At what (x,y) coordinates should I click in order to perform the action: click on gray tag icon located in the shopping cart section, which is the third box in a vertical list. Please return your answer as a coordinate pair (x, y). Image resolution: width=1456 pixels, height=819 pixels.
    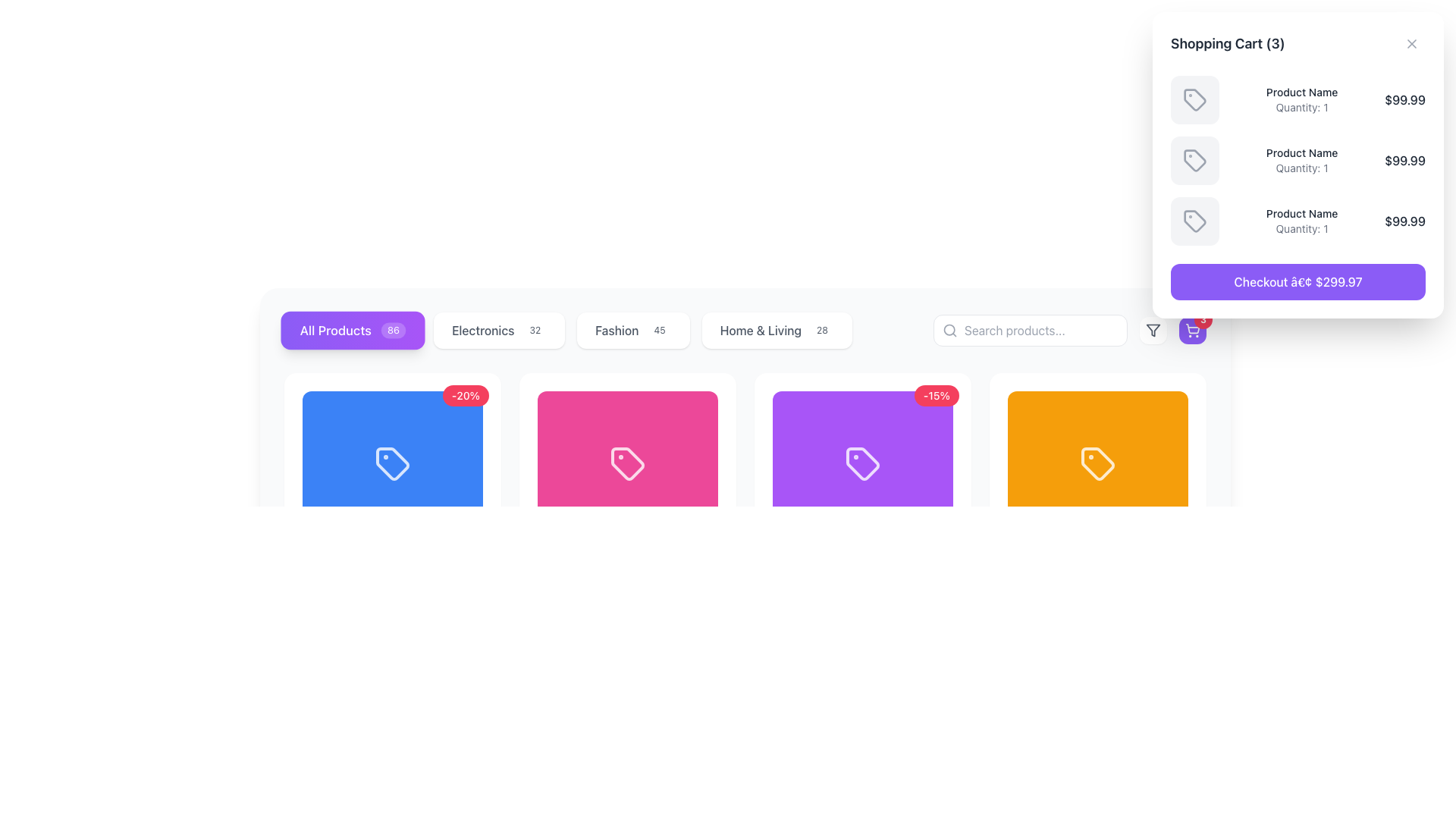
    Looking at the image, I should click on (1194, 221).